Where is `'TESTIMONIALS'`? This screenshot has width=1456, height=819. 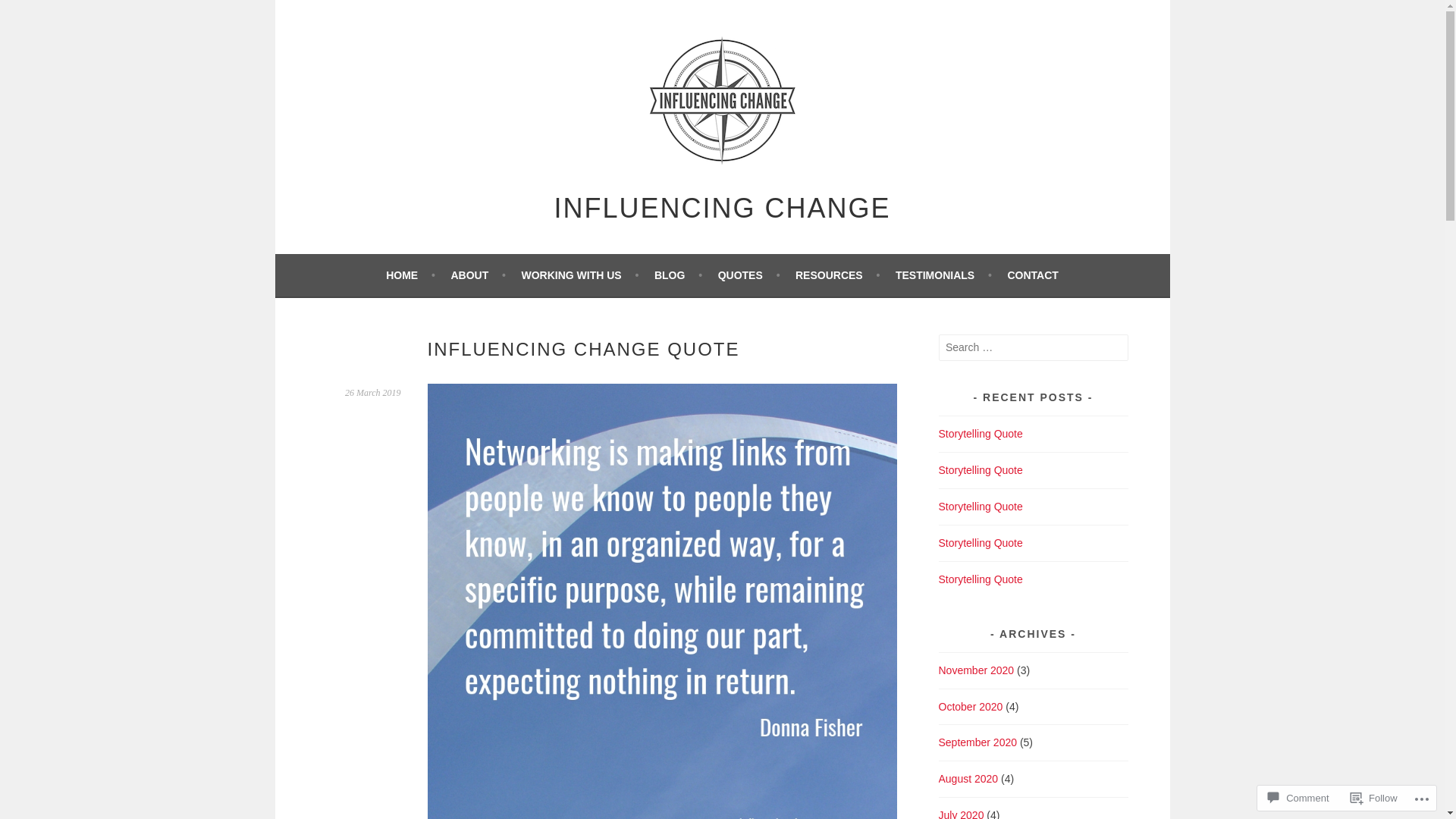
'TESTIMONIALS' is located at coordinates (943, 275).